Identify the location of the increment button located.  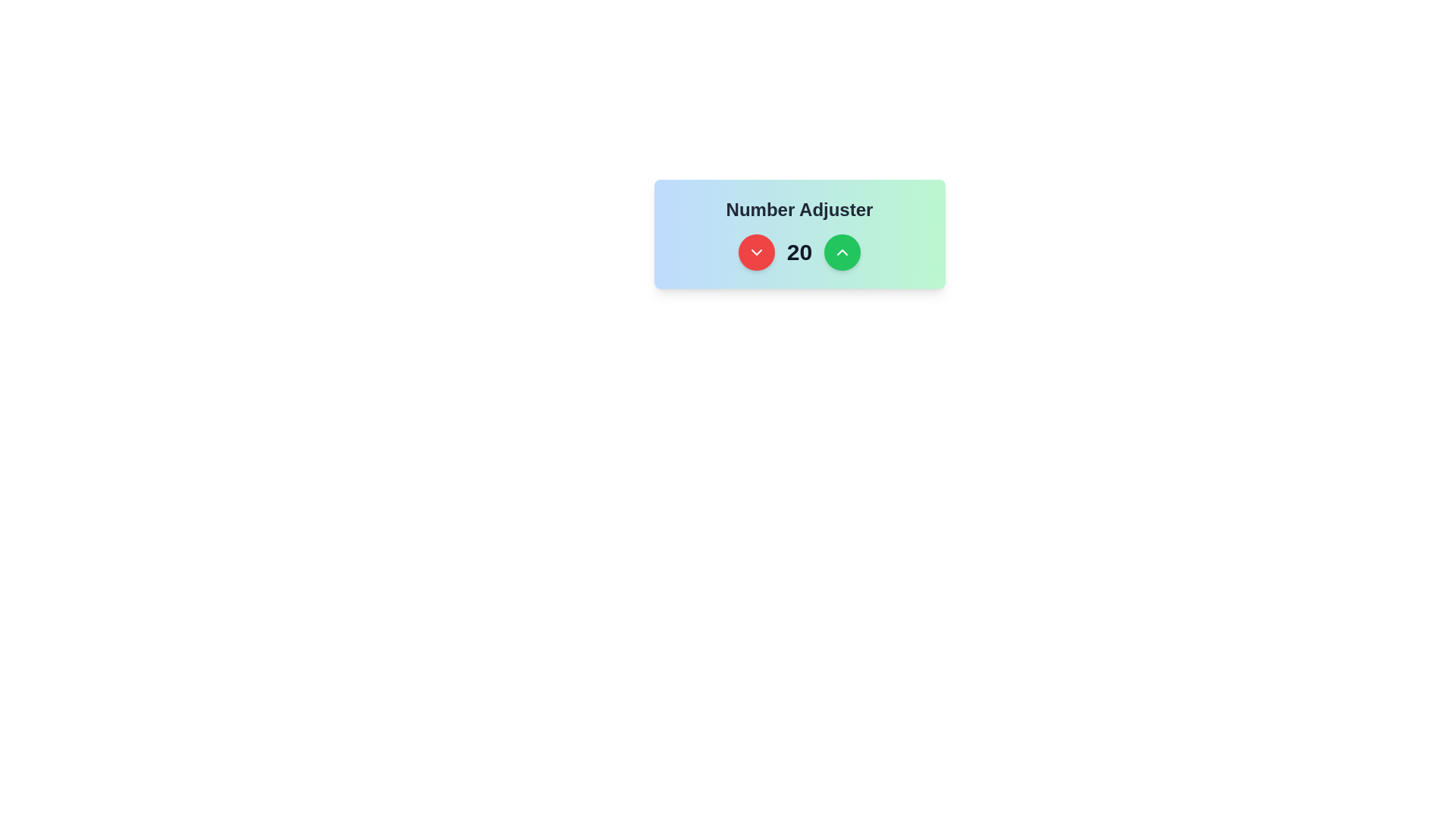
(842, 251).